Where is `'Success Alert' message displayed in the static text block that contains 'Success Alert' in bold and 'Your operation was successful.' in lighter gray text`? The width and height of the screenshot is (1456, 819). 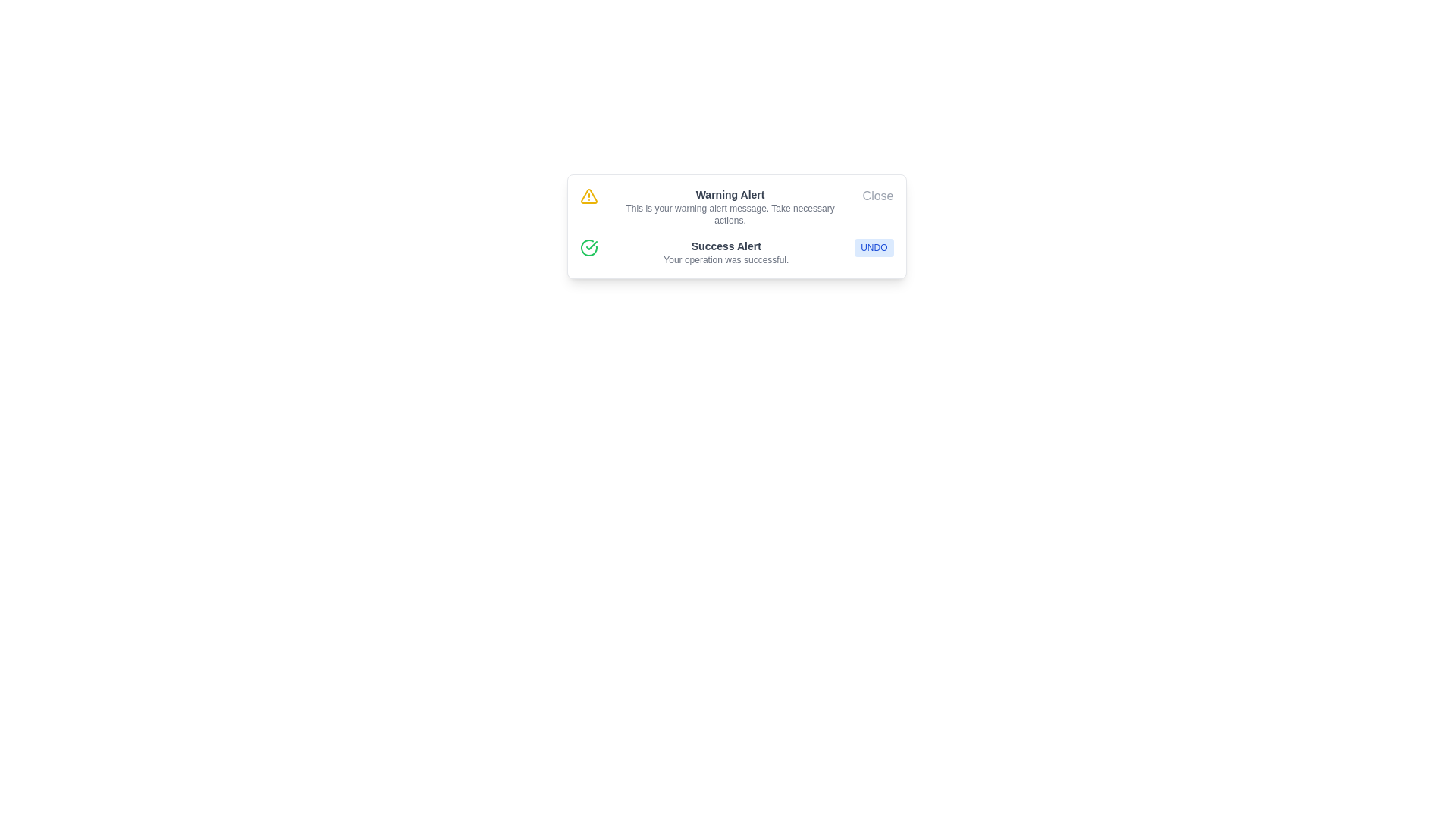 'Success Alert' message displayed in the static text block that contains 'Success Alert' in bold and 'Your operation was successful.' in lighter gray text is located at coordinates (725, 251).